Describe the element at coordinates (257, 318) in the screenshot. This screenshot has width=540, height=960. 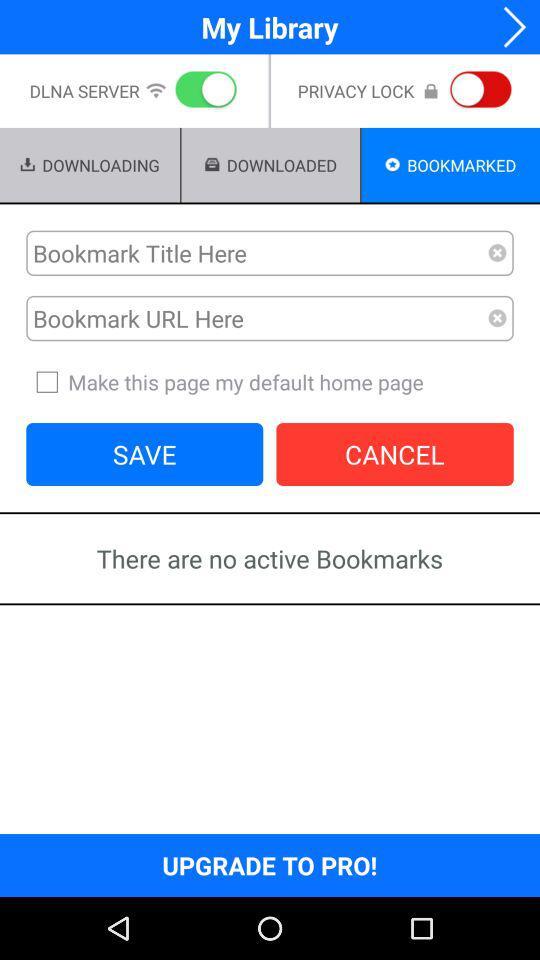
I see `url bookmark` at that location.